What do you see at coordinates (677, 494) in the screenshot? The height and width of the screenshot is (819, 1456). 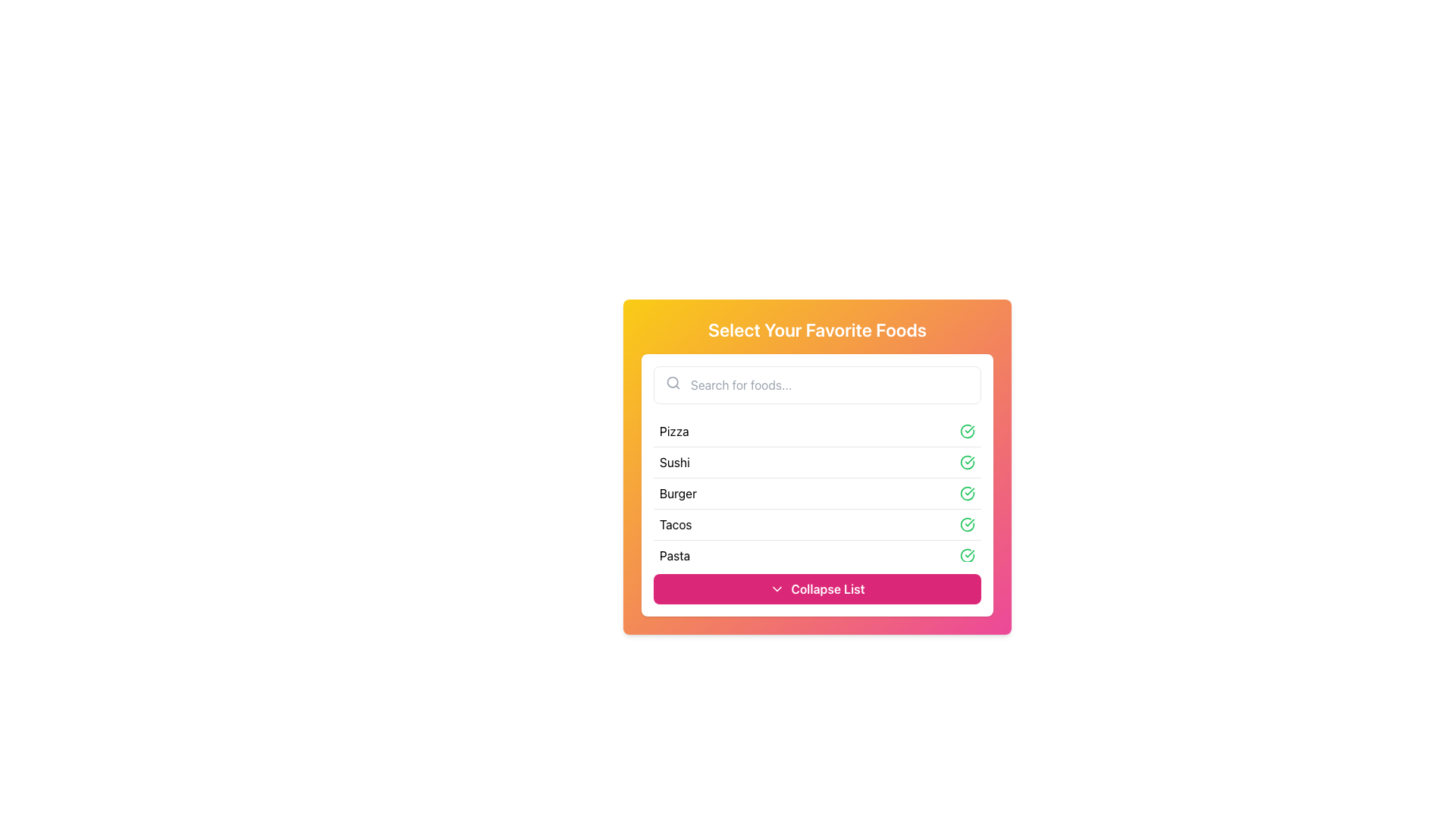 I see `text label displaying the word 'Burger', which is the third item in a vertical list of food names within the modal dialog titled 'Select Your Favorite Foods'` at bounding box center [677, 494].